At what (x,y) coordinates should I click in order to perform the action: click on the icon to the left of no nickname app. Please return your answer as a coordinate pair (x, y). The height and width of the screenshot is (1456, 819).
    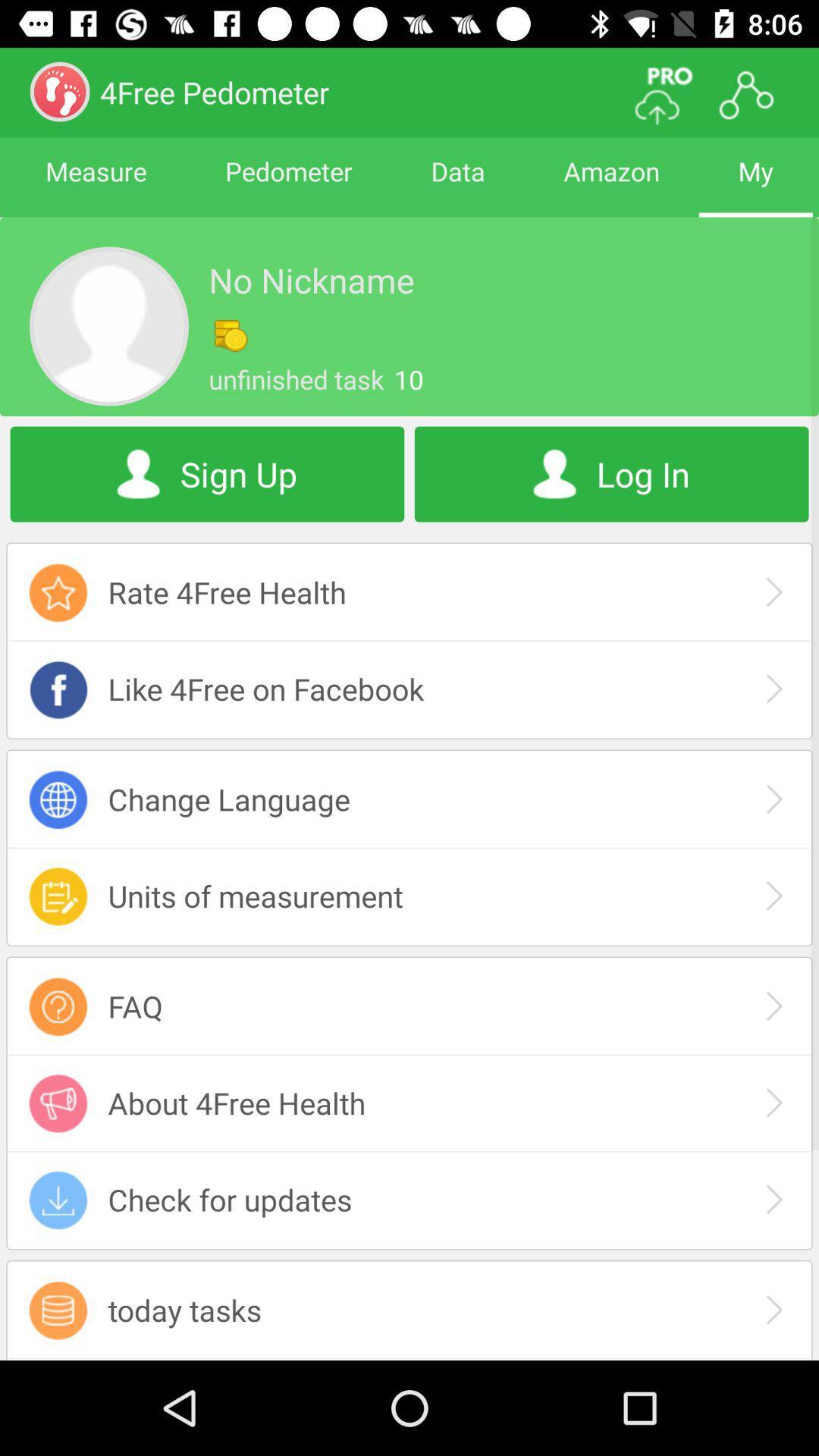
    Looking at the image, I should click on (108, 325).